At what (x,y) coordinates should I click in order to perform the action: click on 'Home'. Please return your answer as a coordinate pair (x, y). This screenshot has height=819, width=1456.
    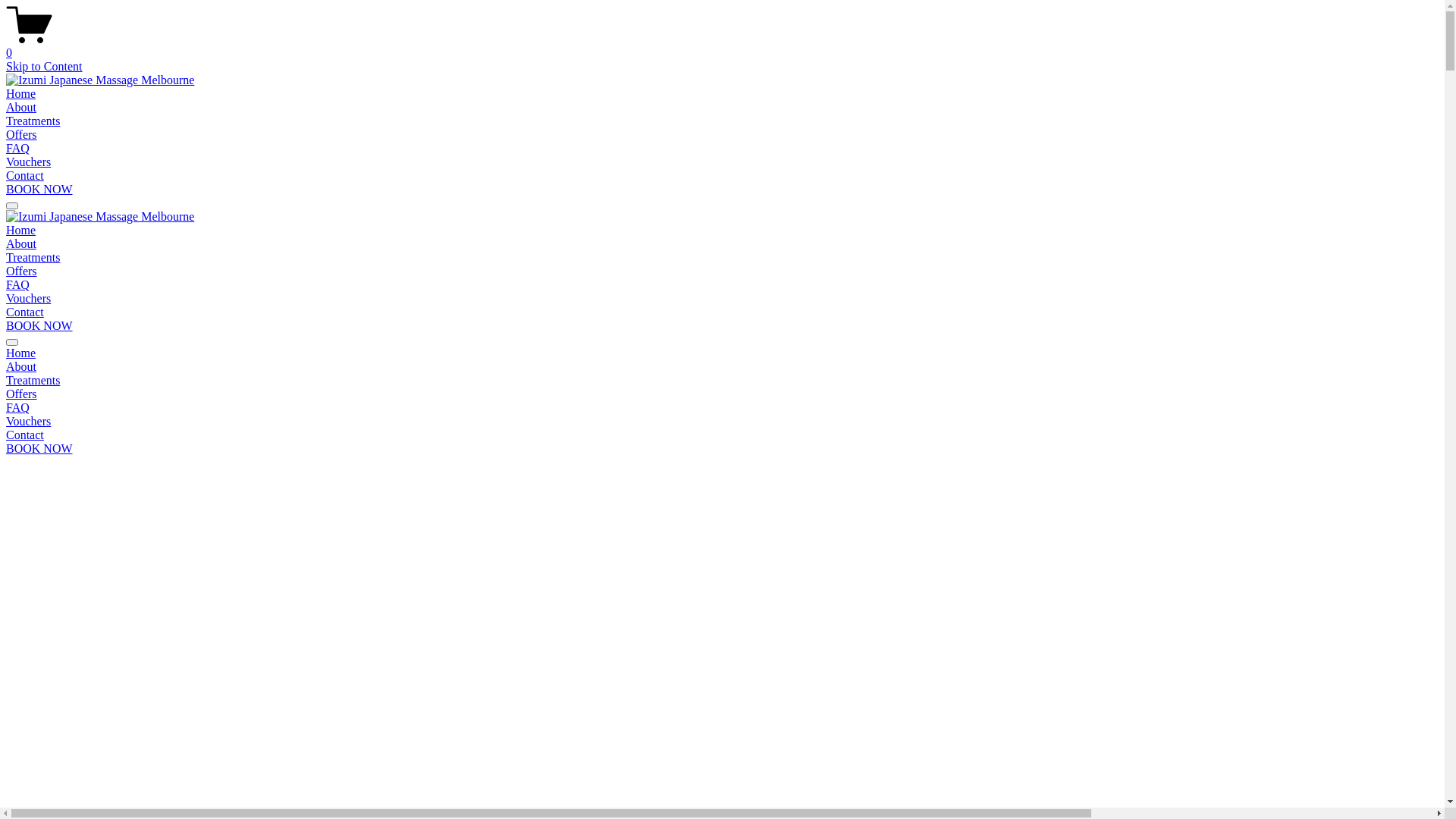
    Looking at the image, I should click on (721, 353).